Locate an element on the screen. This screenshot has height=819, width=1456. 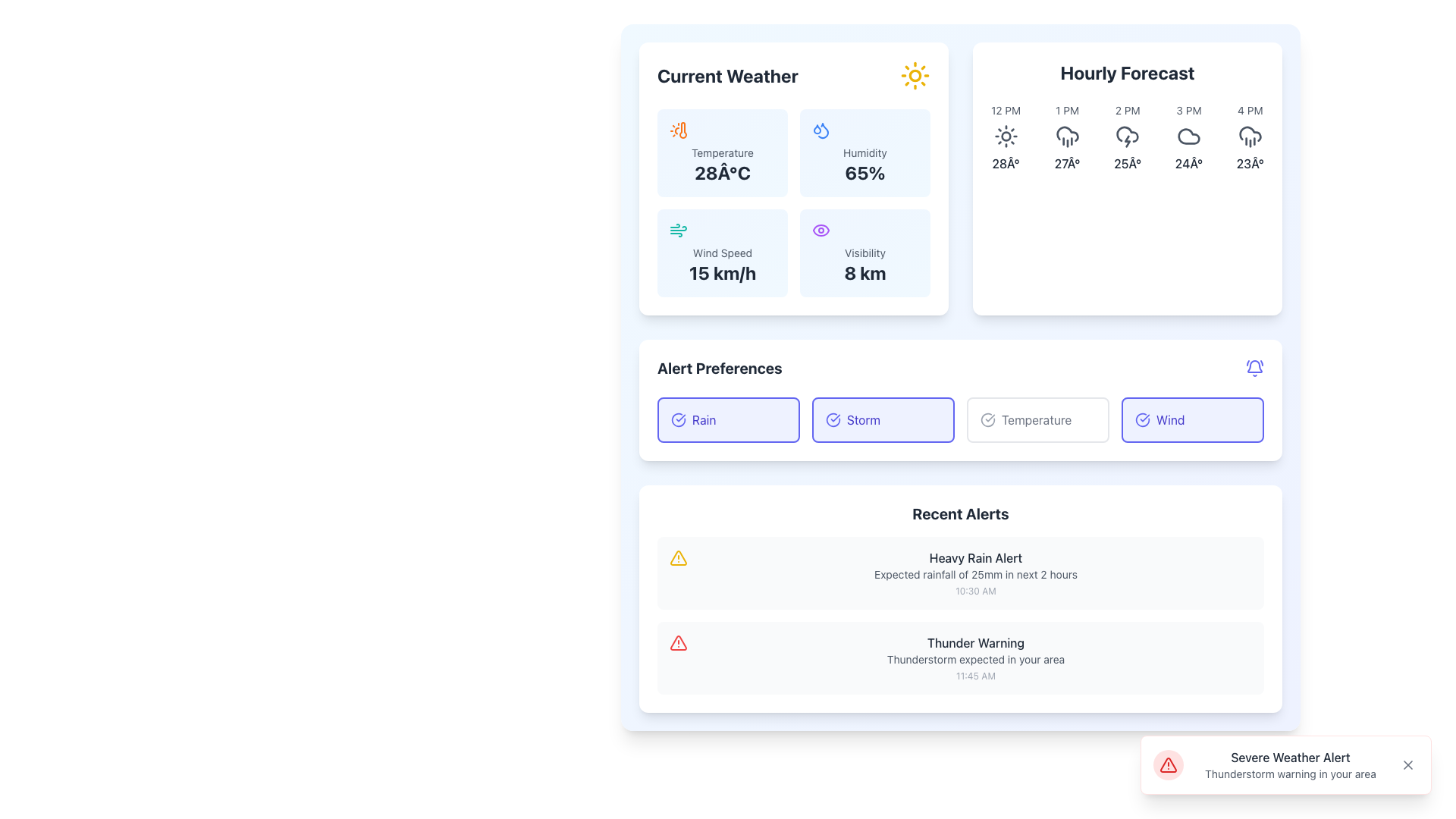
the 'Temperature' alert preference icon located in the 'Alert Preferences' section is located at coordinates (987, 420).